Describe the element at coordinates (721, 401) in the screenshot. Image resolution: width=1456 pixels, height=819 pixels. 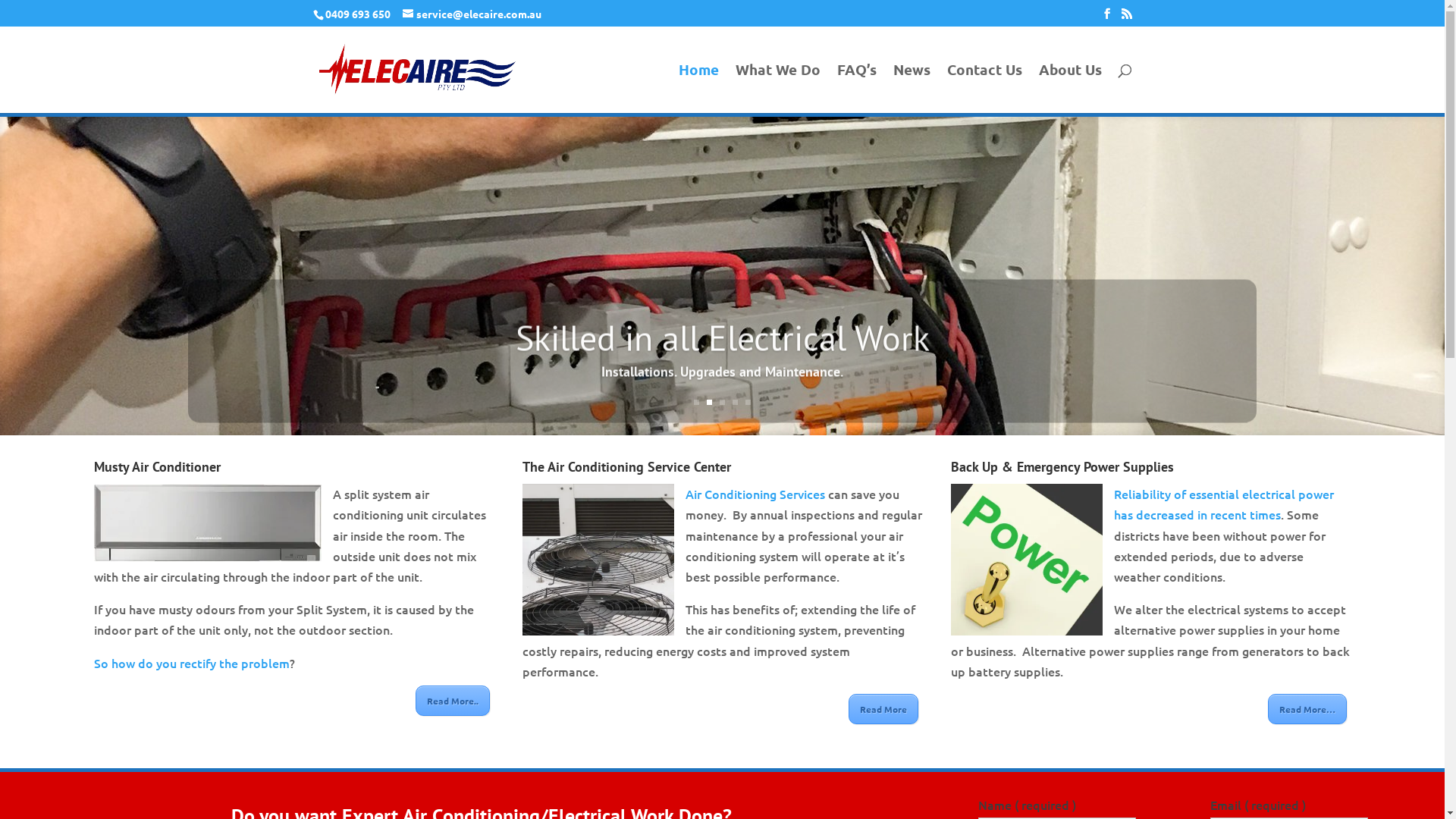
I see `'3'` at that location.